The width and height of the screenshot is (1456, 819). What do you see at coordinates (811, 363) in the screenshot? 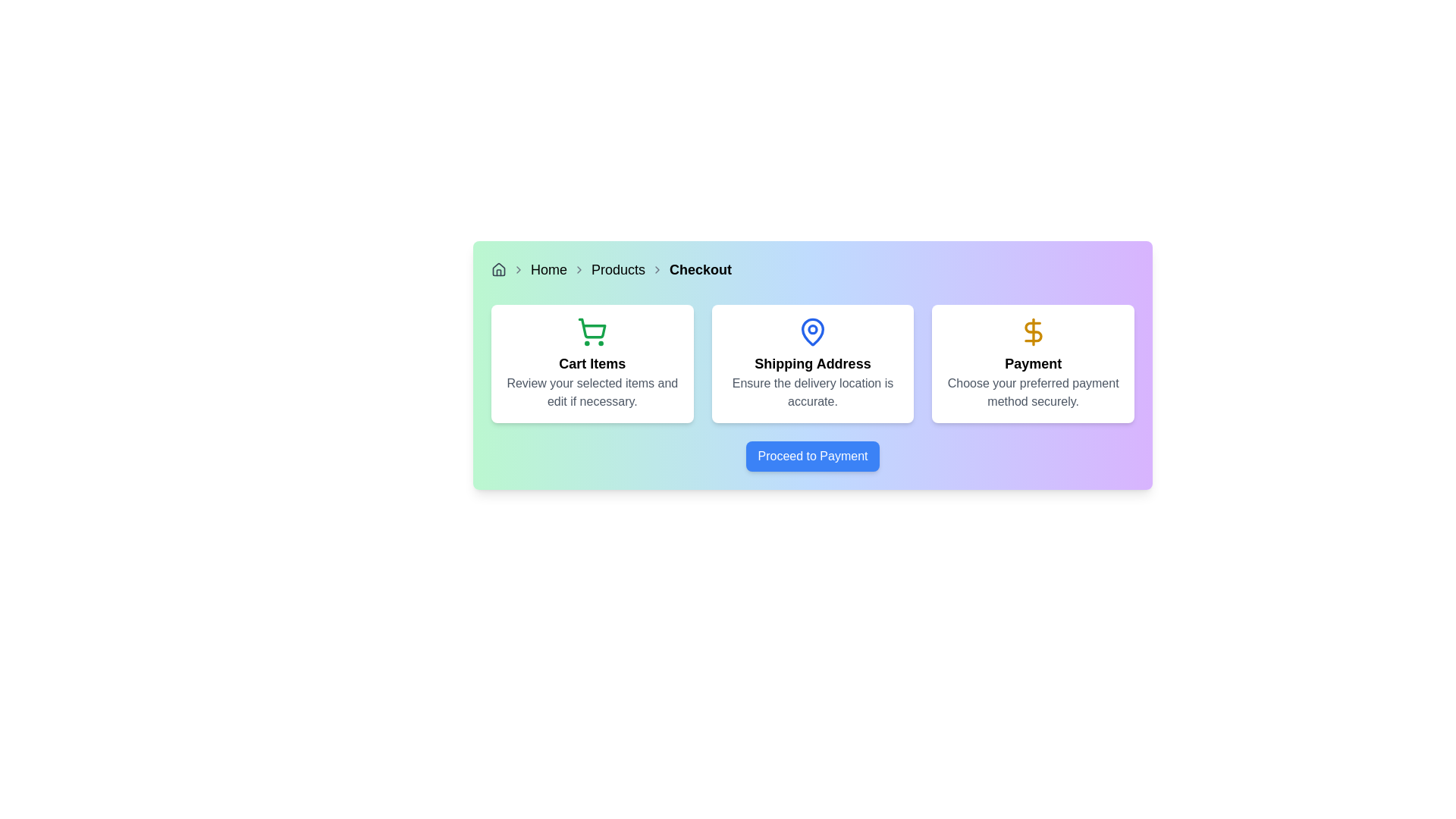
I see `the Informational card that reviews or confirms the shipping address, positioned between the 'Cart Items' card and the 'Payment' card in the grid layout` at bounding box center [811, 363].